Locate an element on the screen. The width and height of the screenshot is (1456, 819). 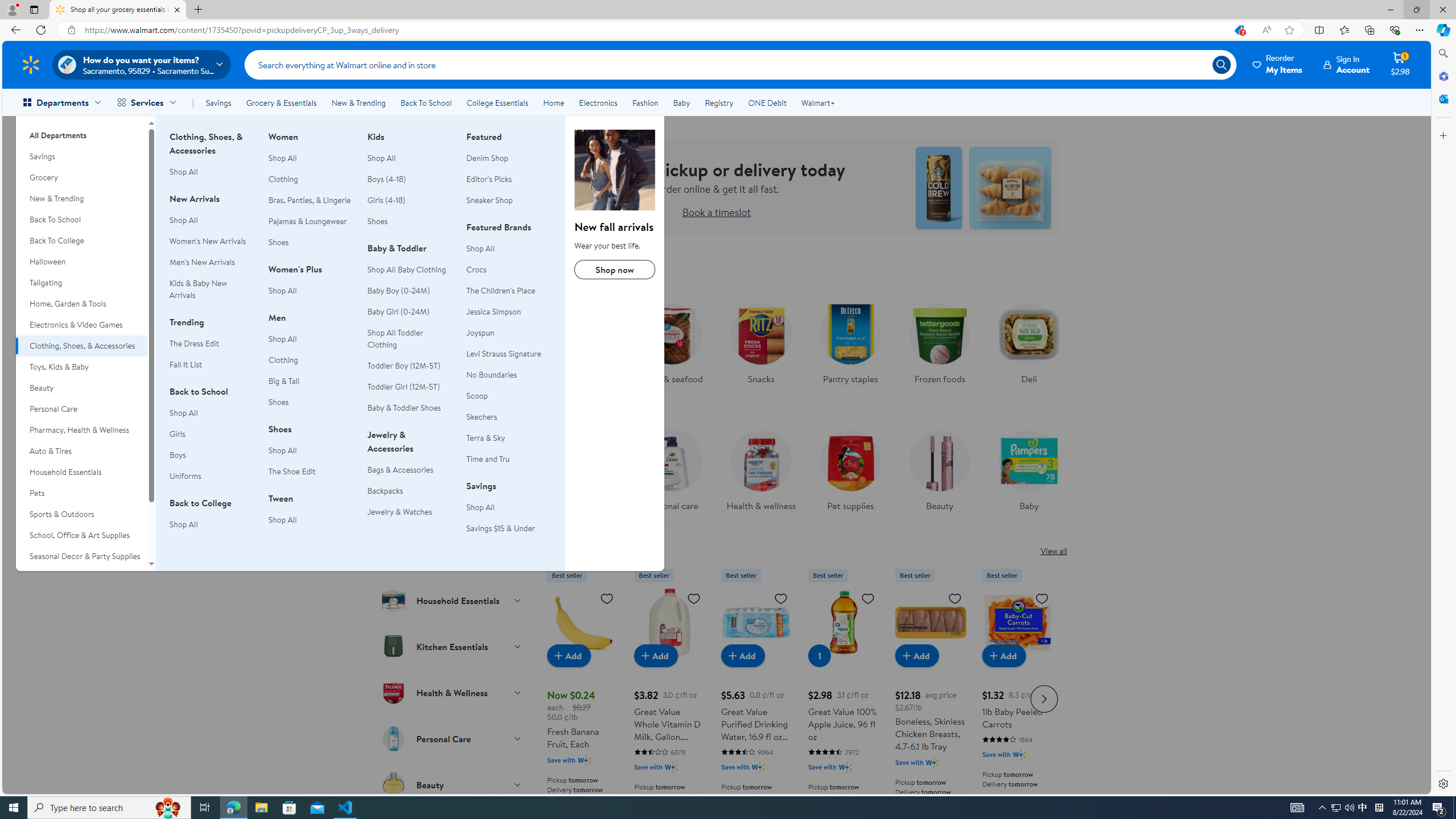
'Grocery & Essentials' is located at coordinates (280, 102).